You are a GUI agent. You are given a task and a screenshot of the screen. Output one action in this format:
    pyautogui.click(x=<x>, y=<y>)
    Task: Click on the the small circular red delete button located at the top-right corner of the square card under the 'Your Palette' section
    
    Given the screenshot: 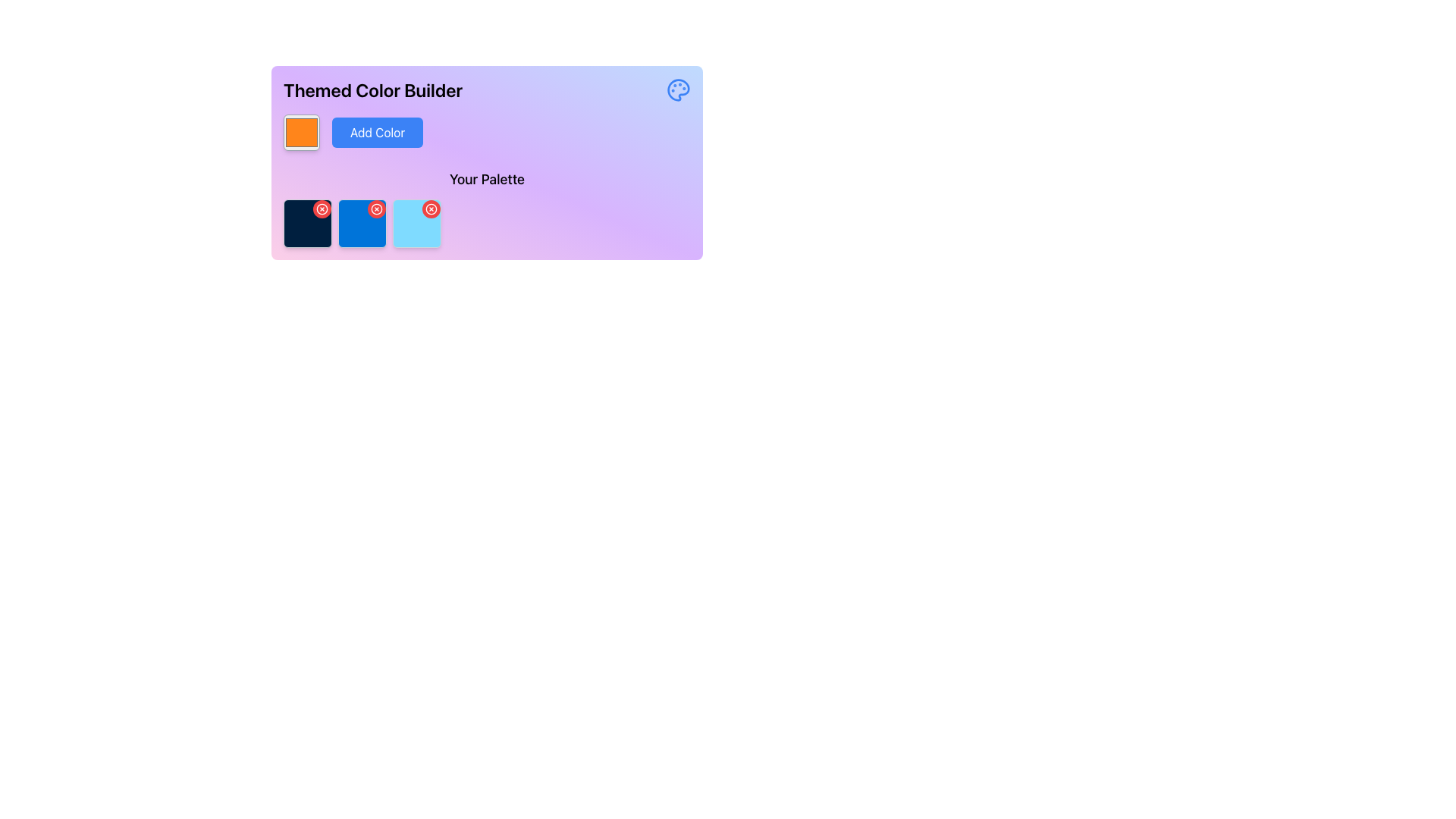 What is the action you would take?
    pyautogui.click(x=322, y=209)
    